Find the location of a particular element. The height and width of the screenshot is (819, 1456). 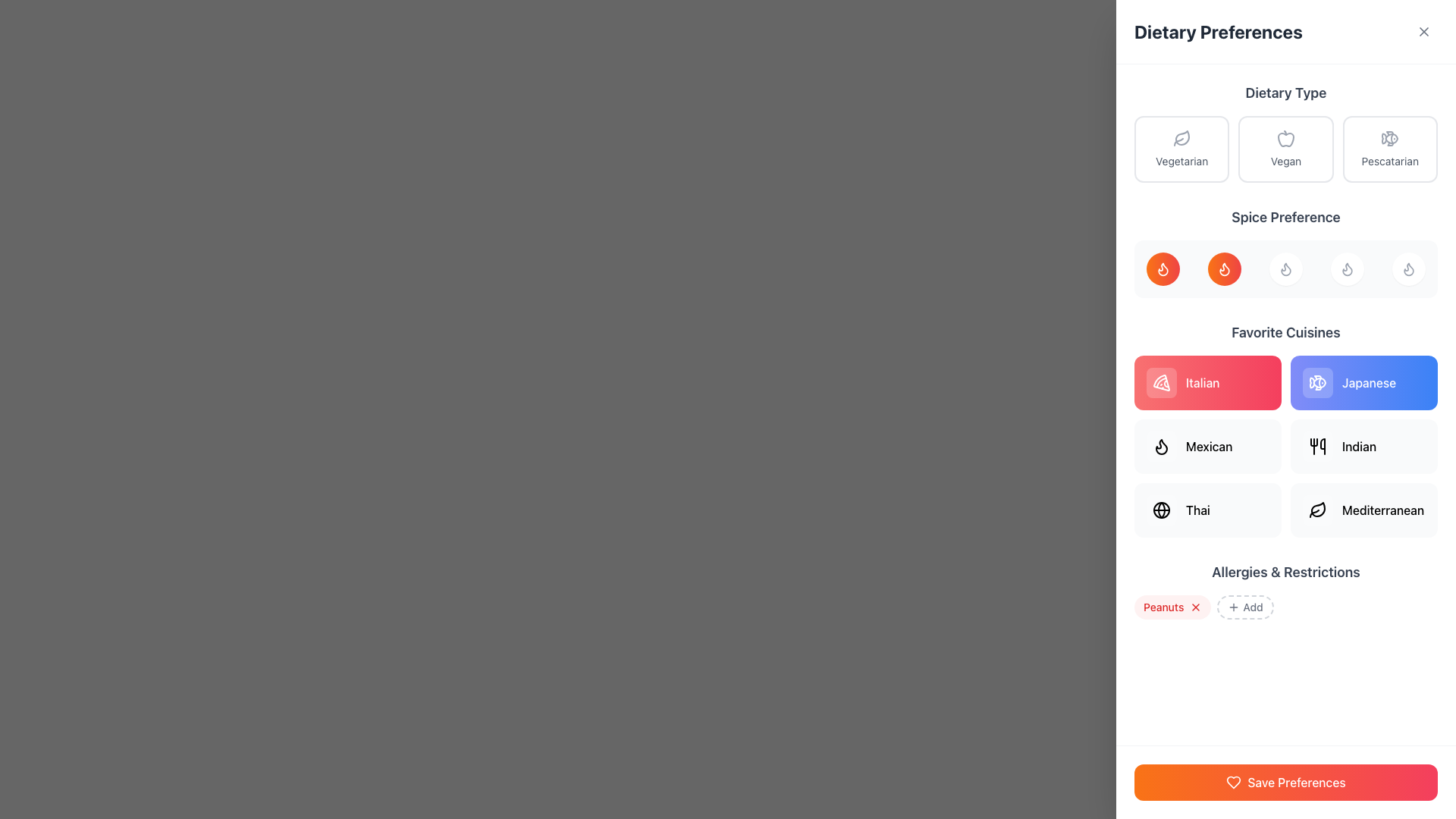

the 'Vegetarian' dietary preference option selector in the 'Dietary Preferences' dialog is located at coordinates (1181, 149).